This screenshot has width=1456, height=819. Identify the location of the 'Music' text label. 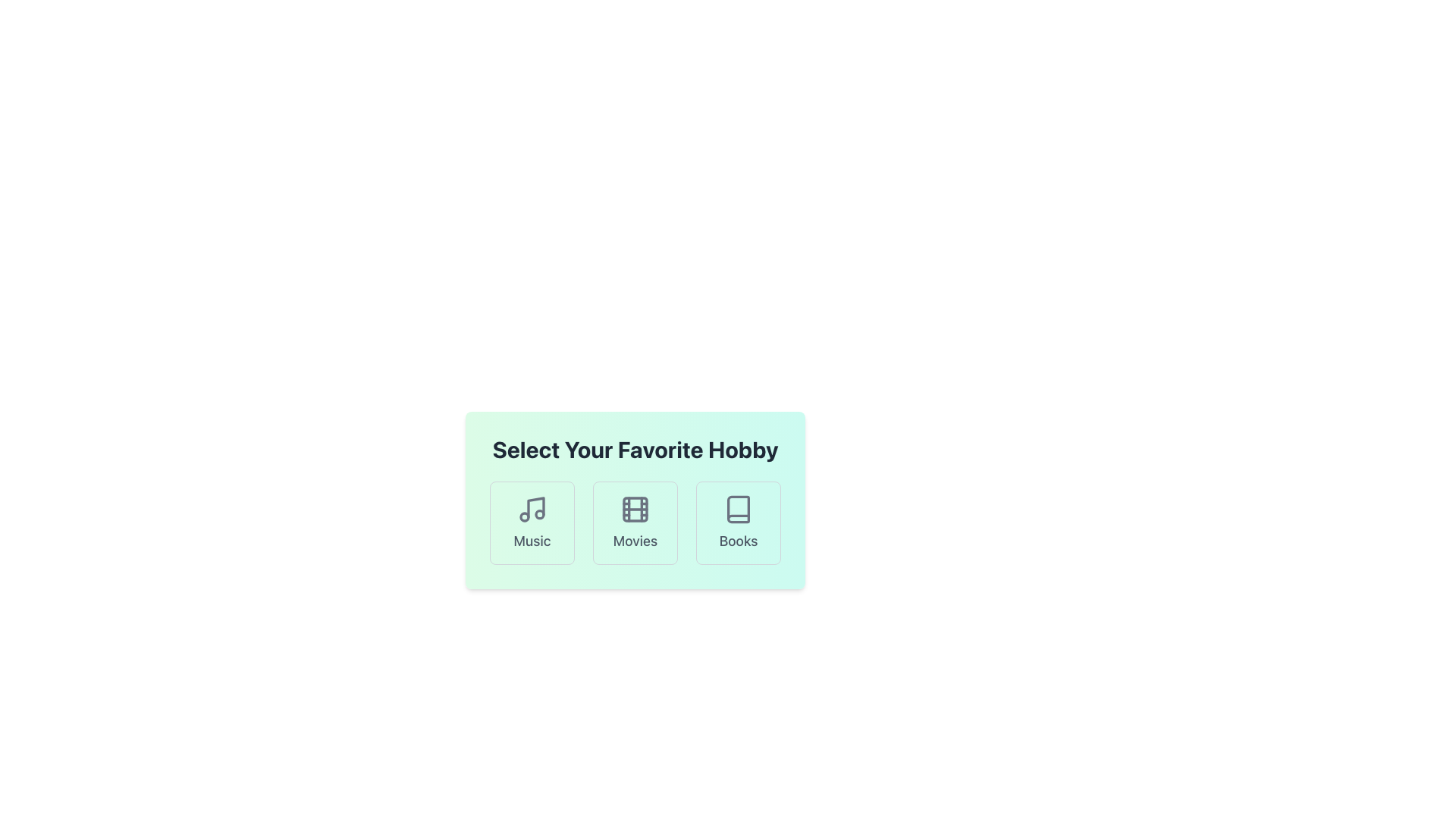
(532, 540).